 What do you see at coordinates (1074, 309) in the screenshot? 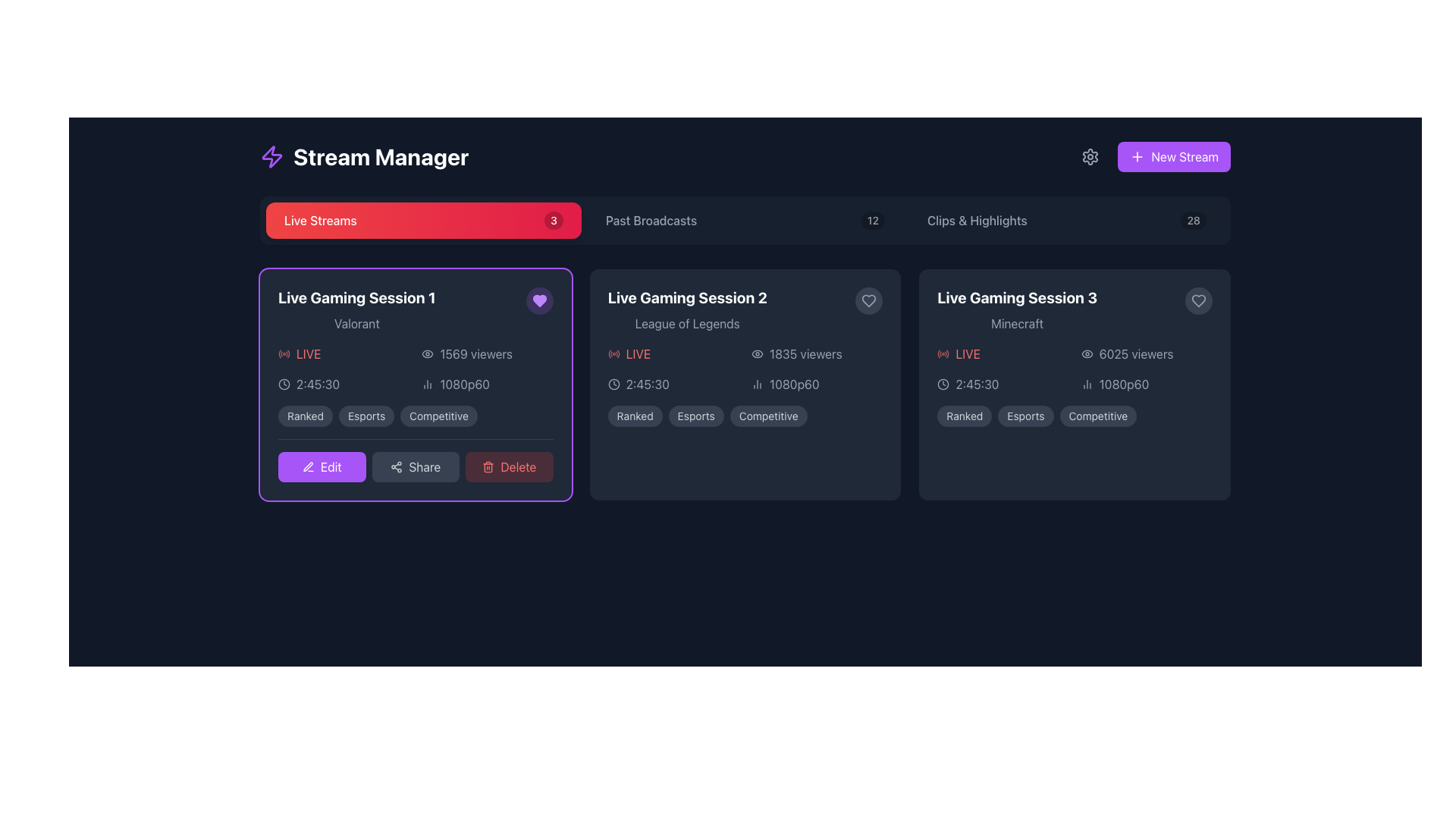
I see `the interactive heart icon located at the right side of the 'Live Gaming Session 3' card header, which displays 'Live Gaming Session 3' in bold white font and 'Minecraft' in gray below it` at bounding box center [1074, 309].